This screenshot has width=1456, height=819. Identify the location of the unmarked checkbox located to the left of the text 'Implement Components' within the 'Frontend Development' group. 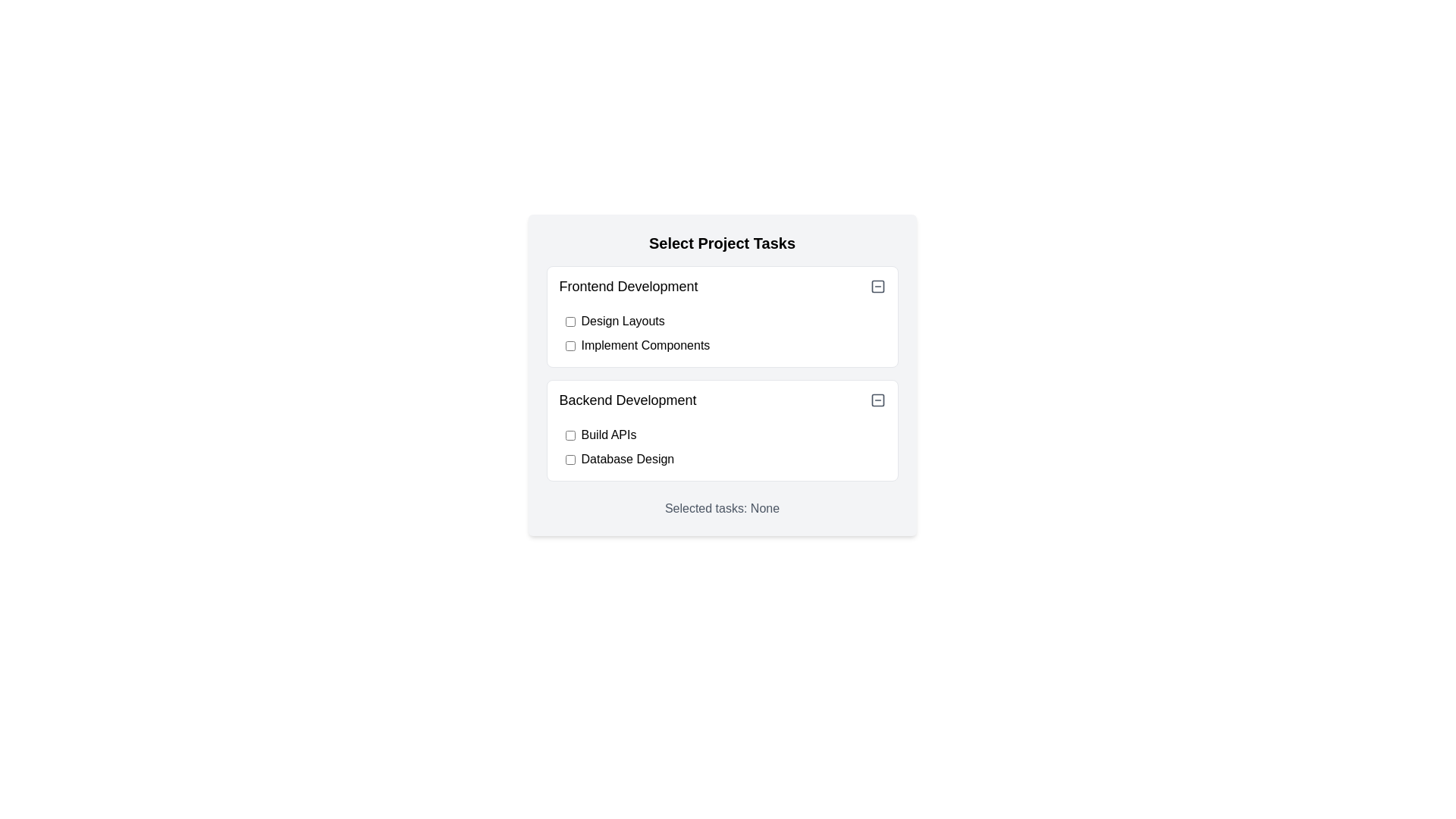
(570, 345).